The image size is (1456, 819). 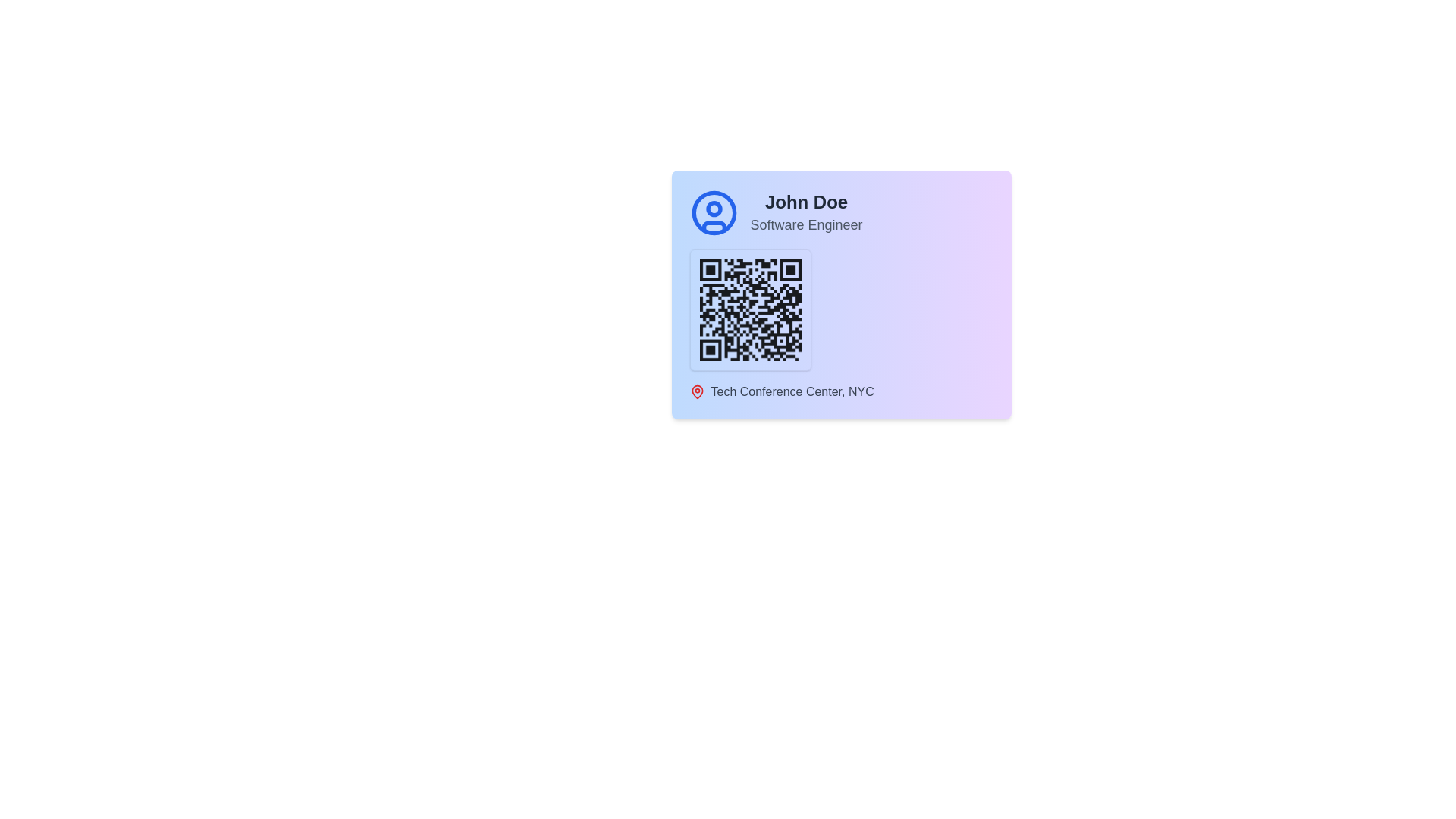 I want to click on lower portion of the user profile icon represented by a blue curved line segment in the SVG, located to the left of the 'John Doe' label, so click(x=713, y=227).